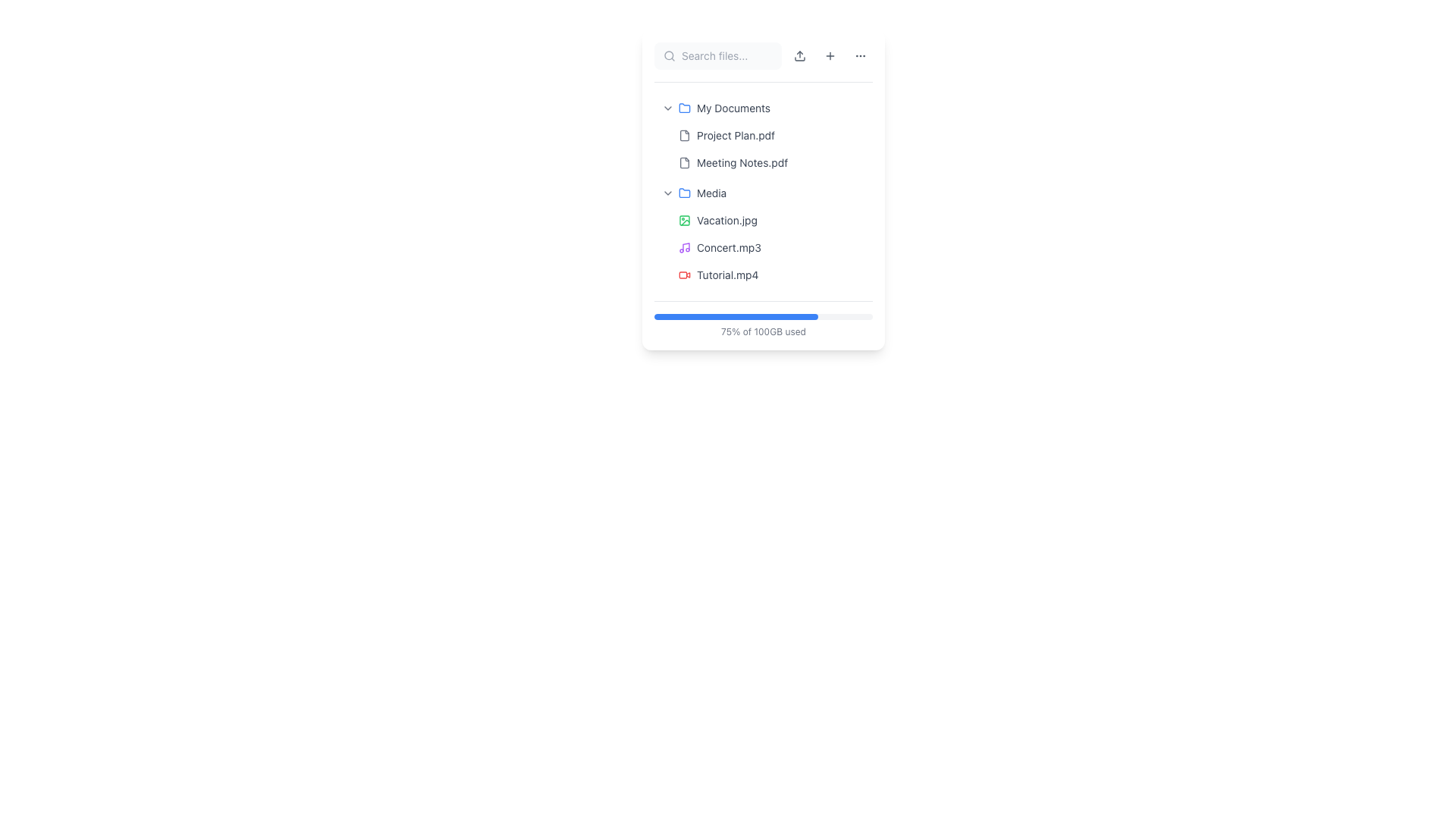 The image size is (1456, 819). What do you see at coordinates (772, 163) in the screenshot?
I see `the file list item for 'Meeting Notes.pdf'` at bounding box center [772, 163].